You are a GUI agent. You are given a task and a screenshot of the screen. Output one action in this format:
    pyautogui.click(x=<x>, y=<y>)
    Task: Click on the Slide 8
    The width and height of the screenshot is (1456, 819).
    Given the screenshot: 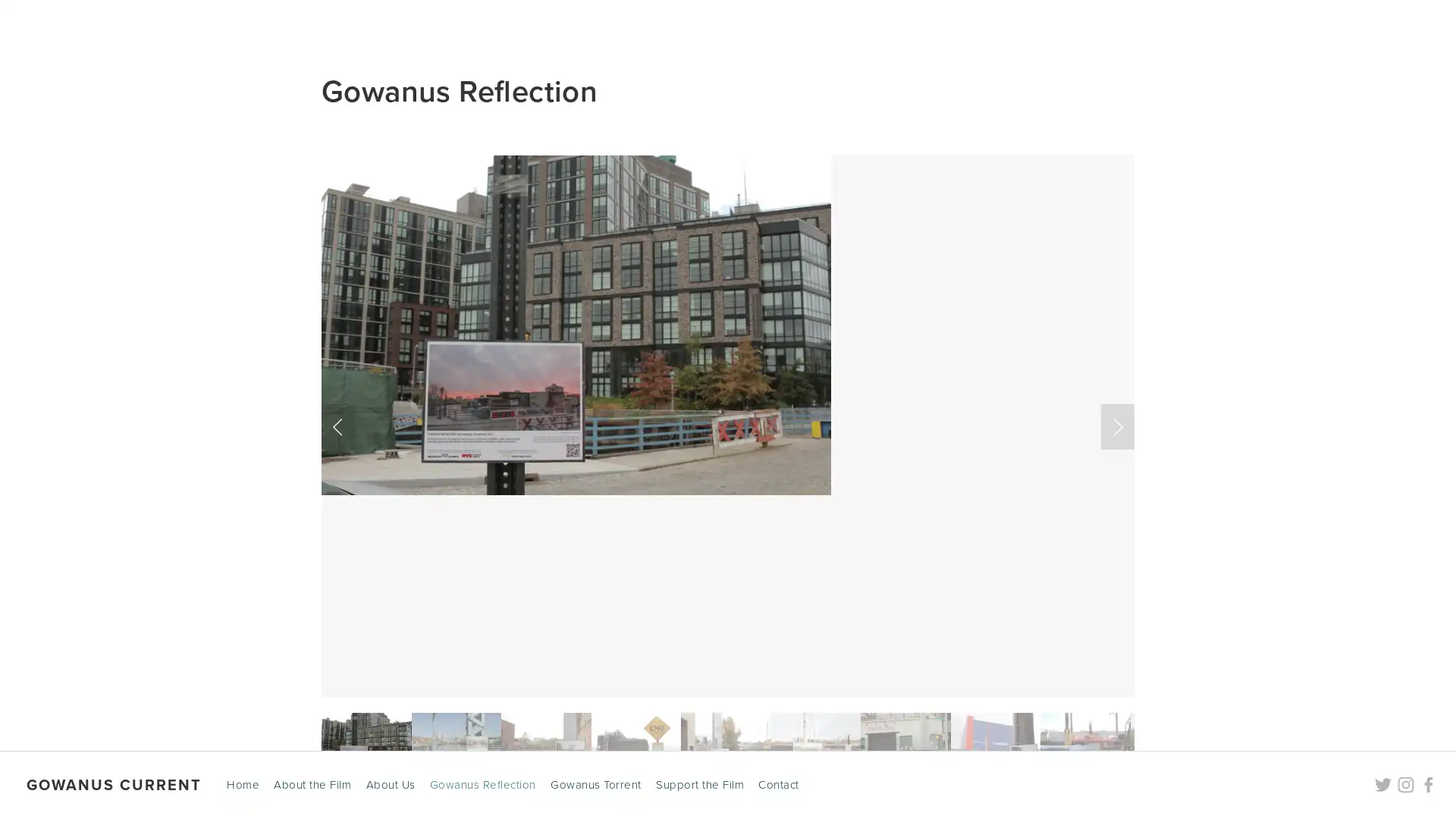 What is the action you would take?
    pyautogui.click(x=995, y=741)
    